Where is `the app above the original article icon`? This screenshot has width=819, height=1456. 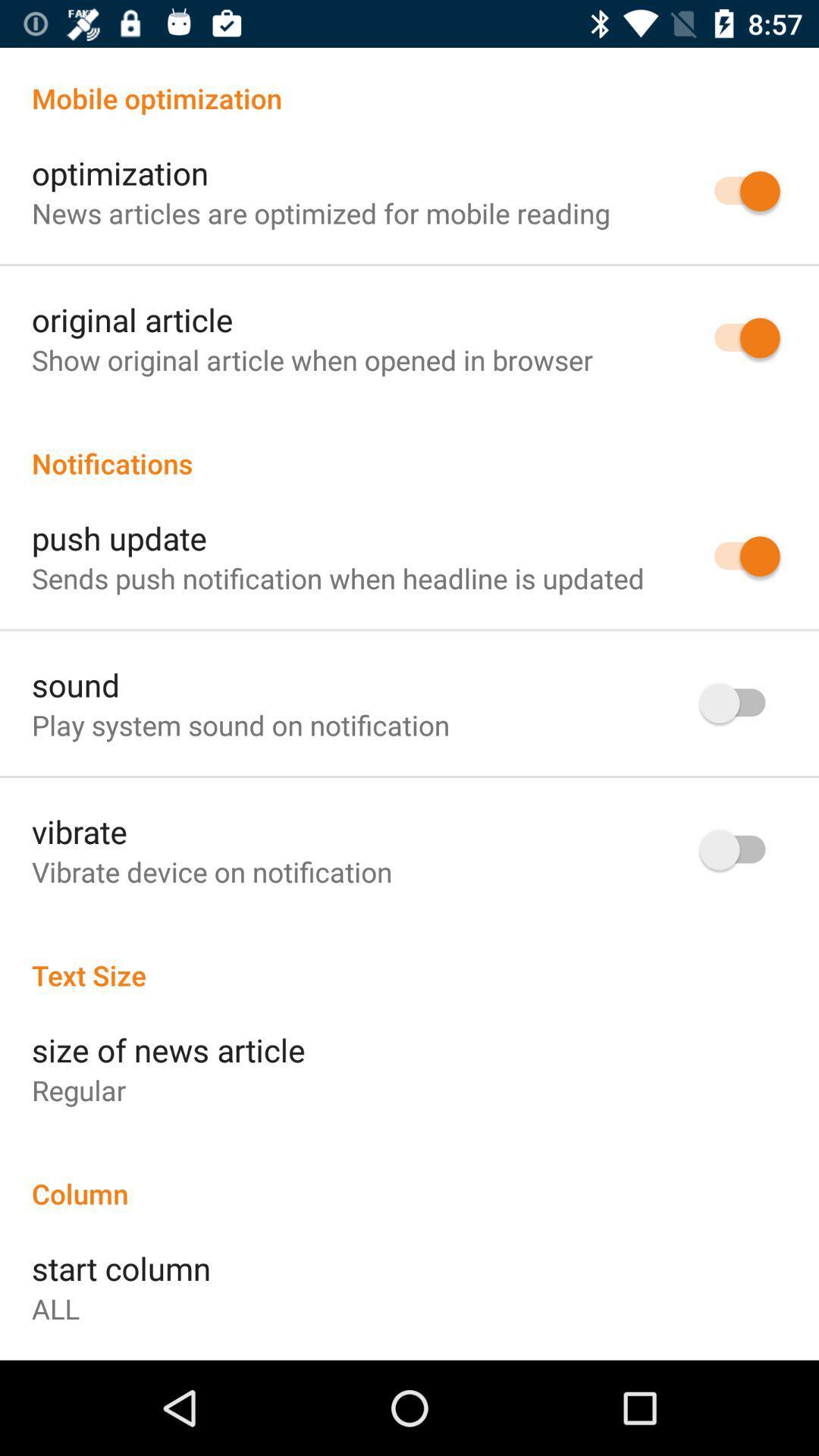
the app above the original article icon is located at coordinates (320, 212).